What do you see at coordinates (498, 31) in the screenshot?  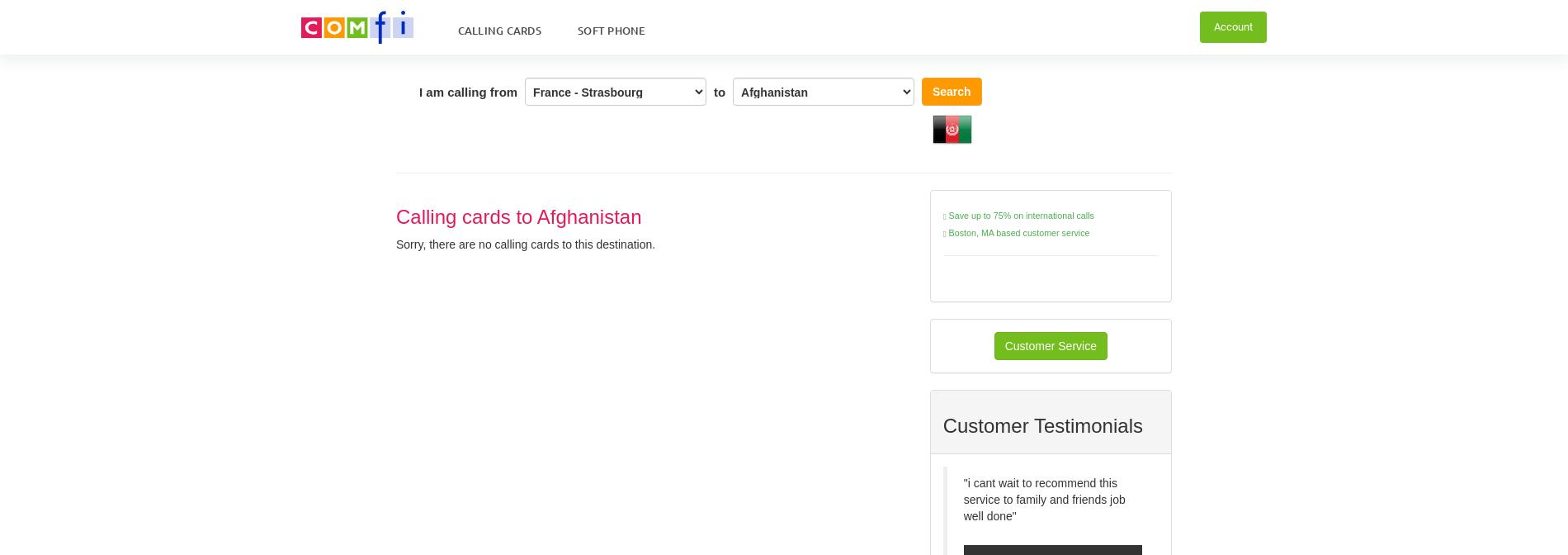 I see `'Calling Cards'` at bounding box center [498, 31].